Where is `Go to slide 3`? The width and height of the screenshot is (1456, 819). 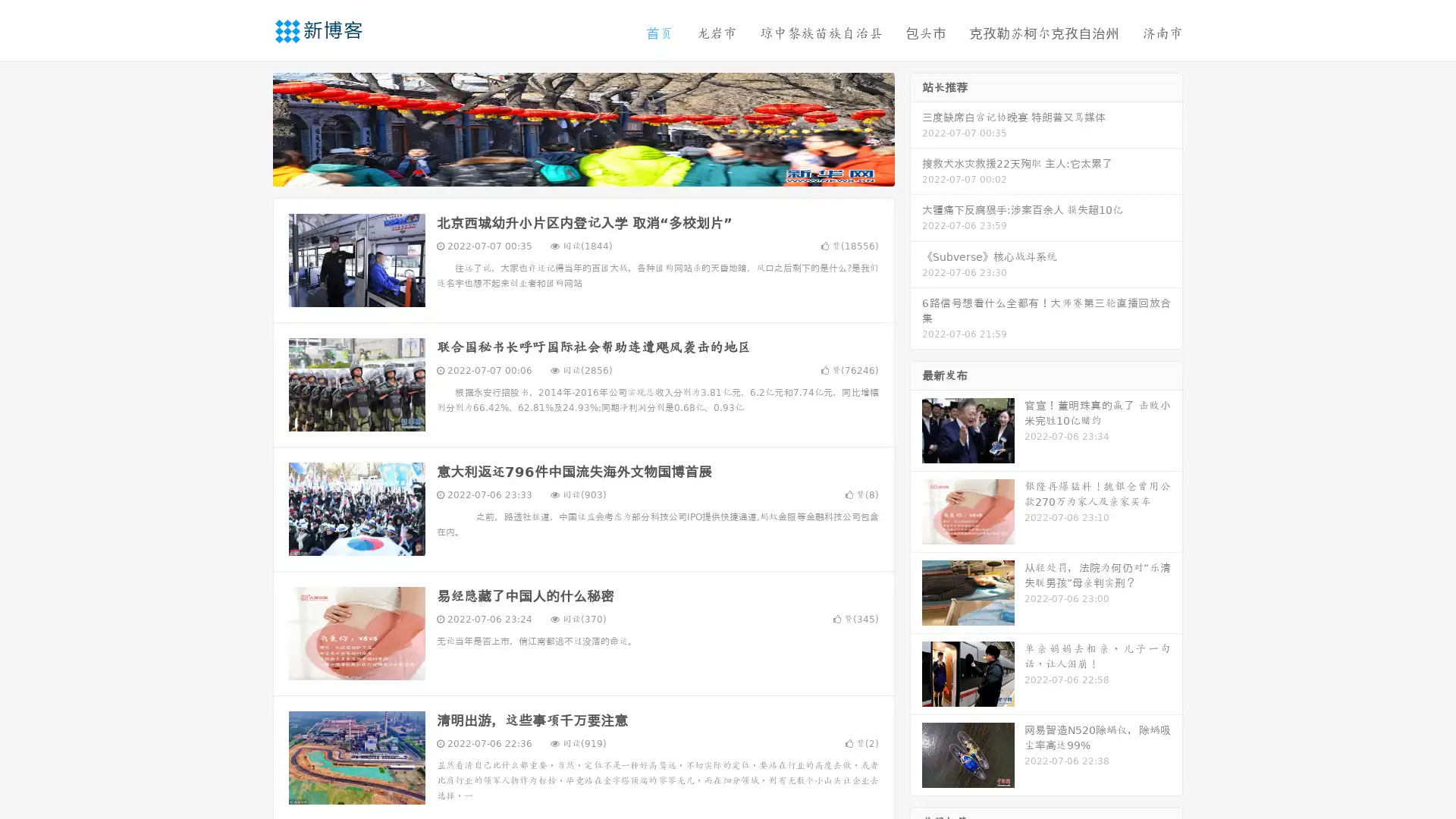
Go to slide 3 is located at coordinates (598, 171).